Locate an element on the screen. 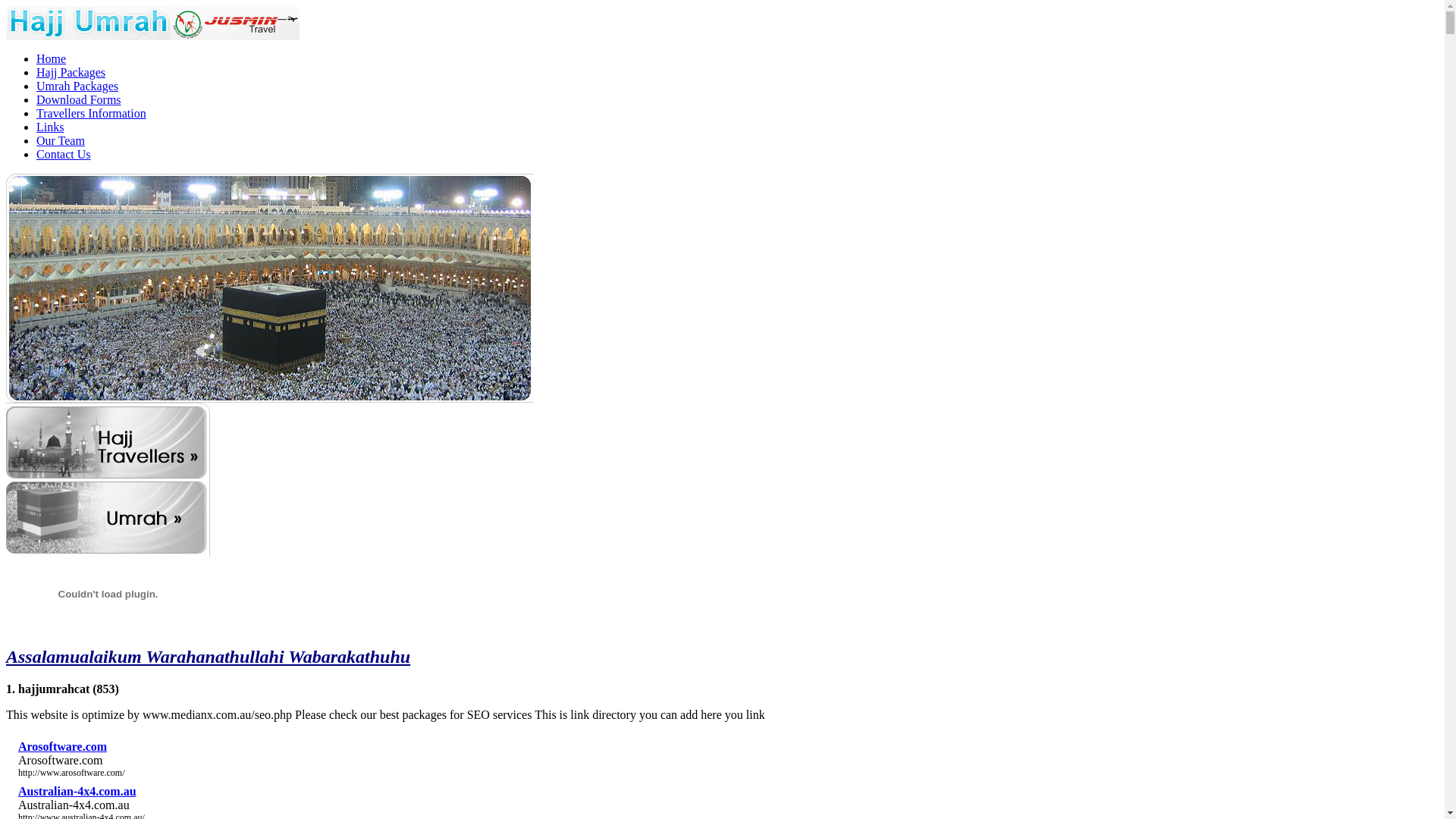  'Home' is located at coordinates (51, 58).